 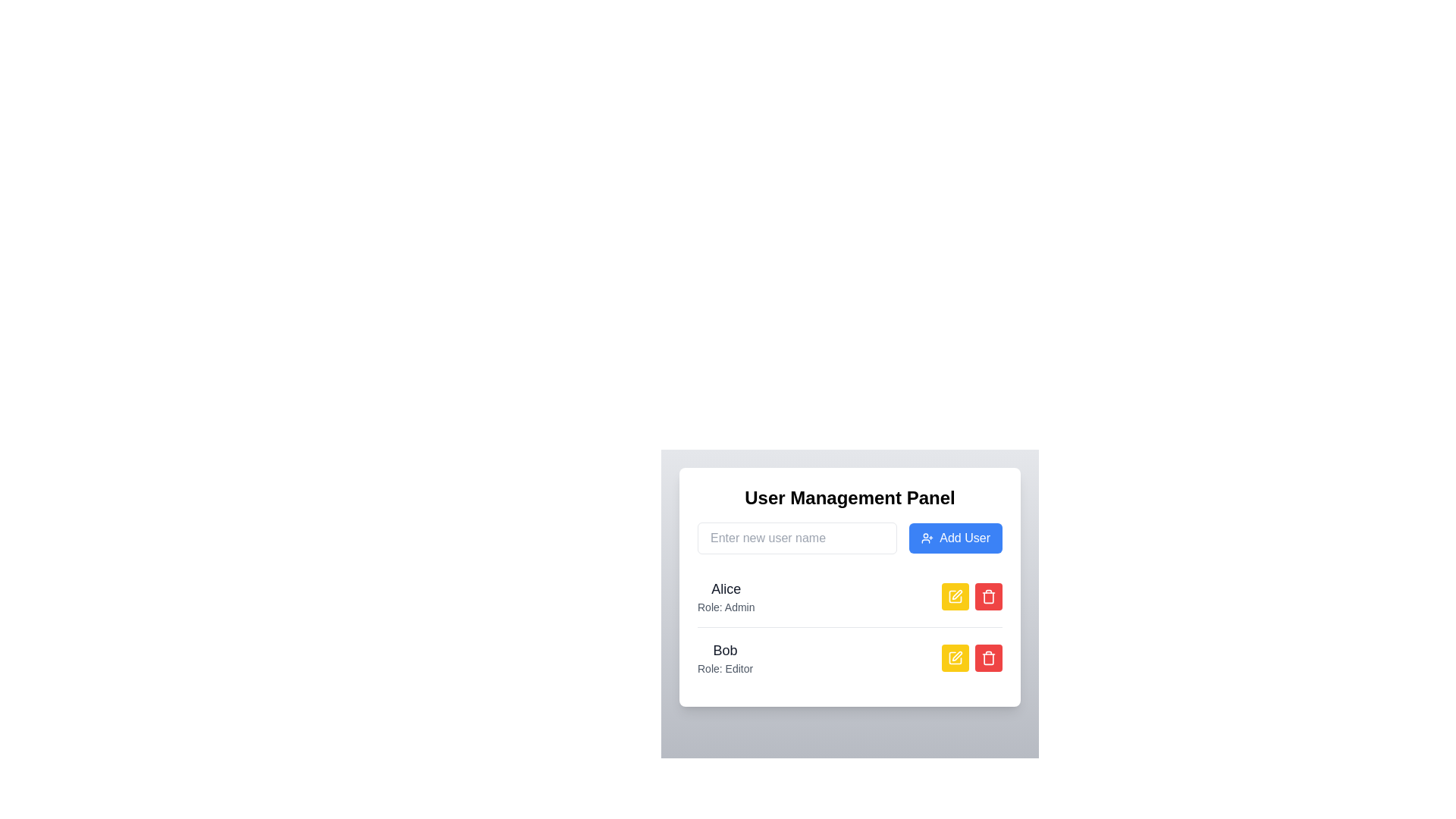 I want to click on the user icon with a plus sign located on the left side of the 'Add User' button in the user management panel, so click(x=927, y=537).